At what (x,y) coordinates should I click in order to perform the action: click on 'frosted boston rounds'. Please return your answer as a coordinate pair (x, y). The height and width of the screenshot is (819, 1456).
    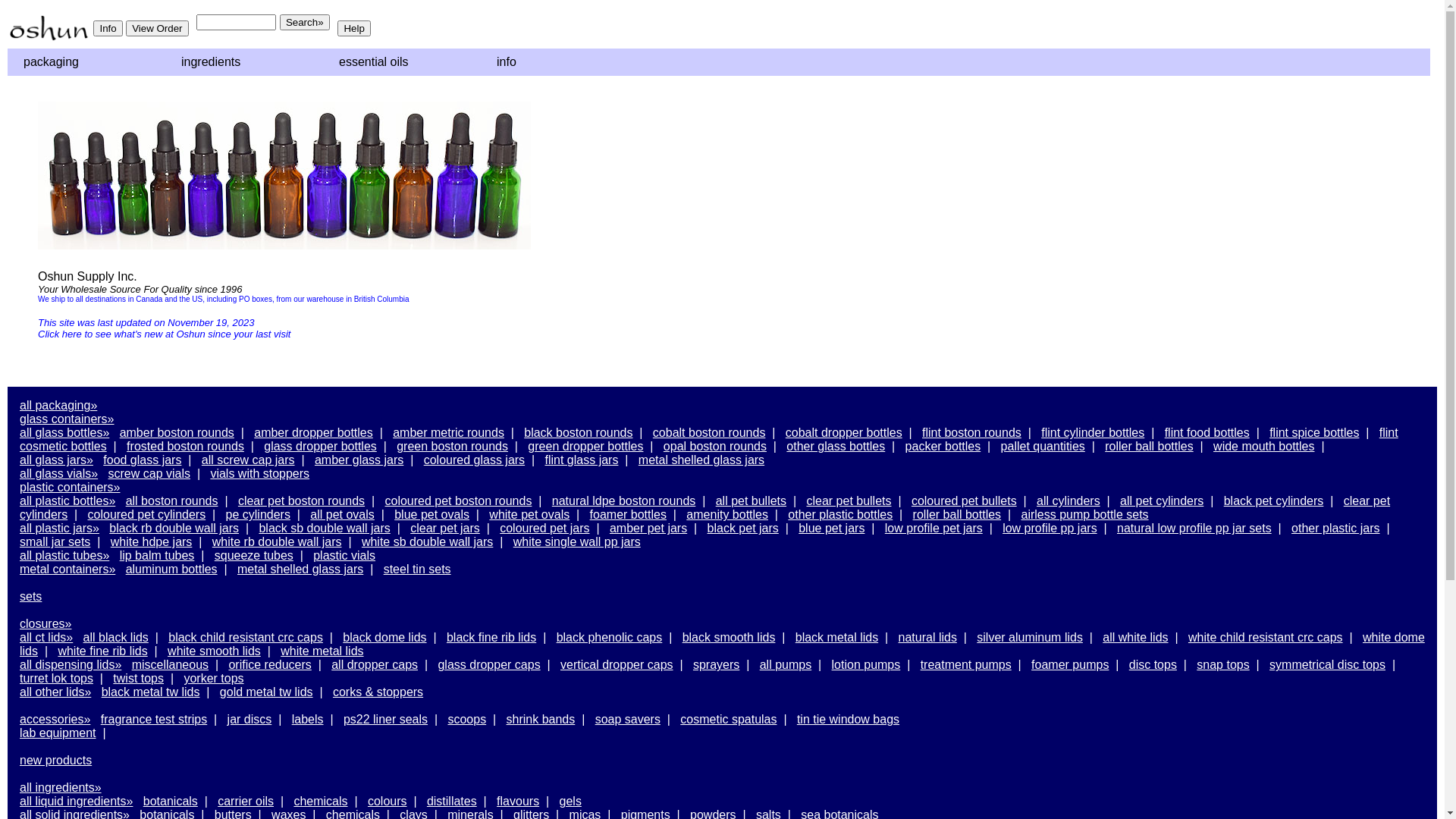
    Looking at the image, I should click on (184, 445).